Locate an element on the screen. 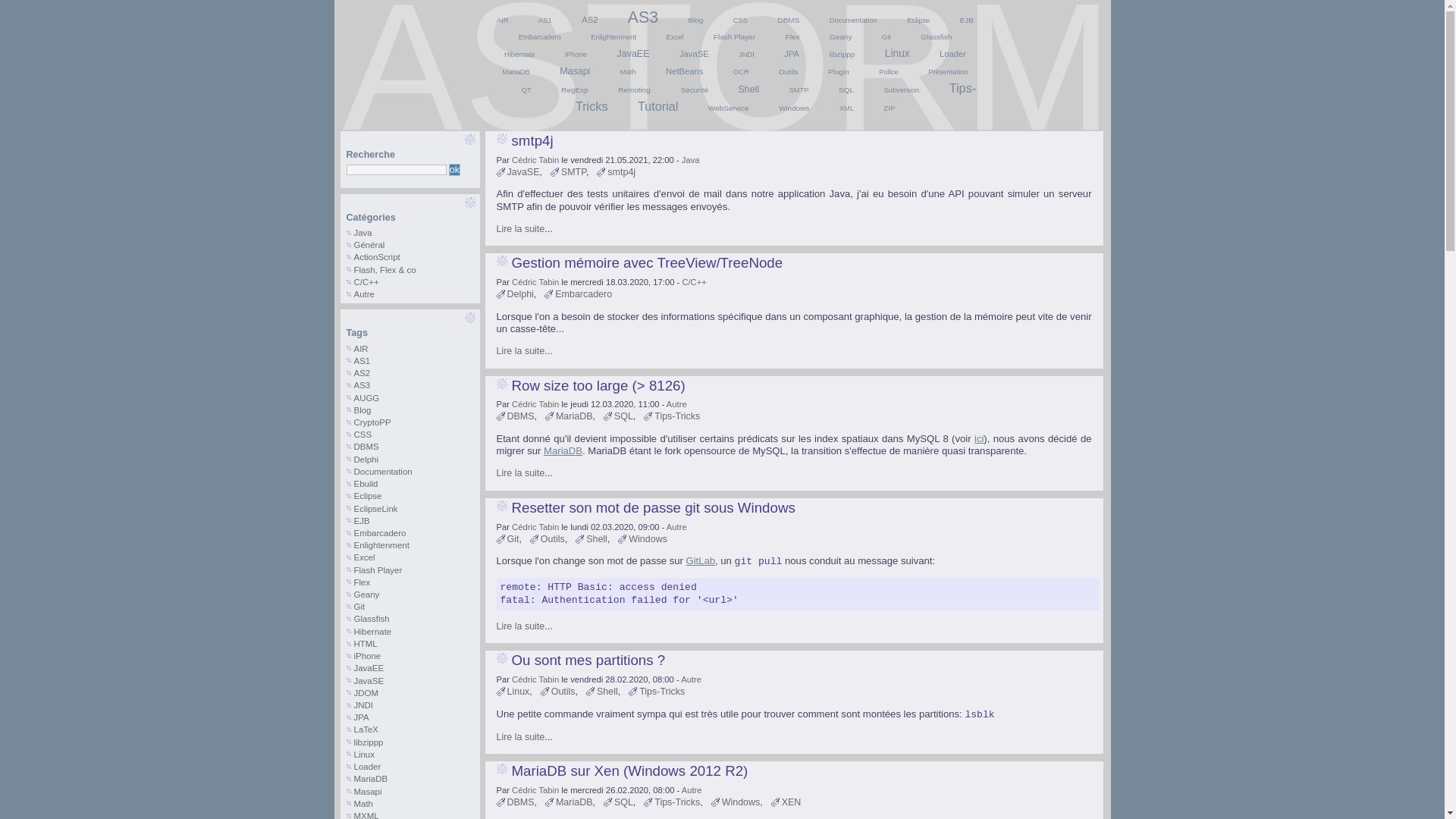  'JPA' is located at coordinates (359, 717).